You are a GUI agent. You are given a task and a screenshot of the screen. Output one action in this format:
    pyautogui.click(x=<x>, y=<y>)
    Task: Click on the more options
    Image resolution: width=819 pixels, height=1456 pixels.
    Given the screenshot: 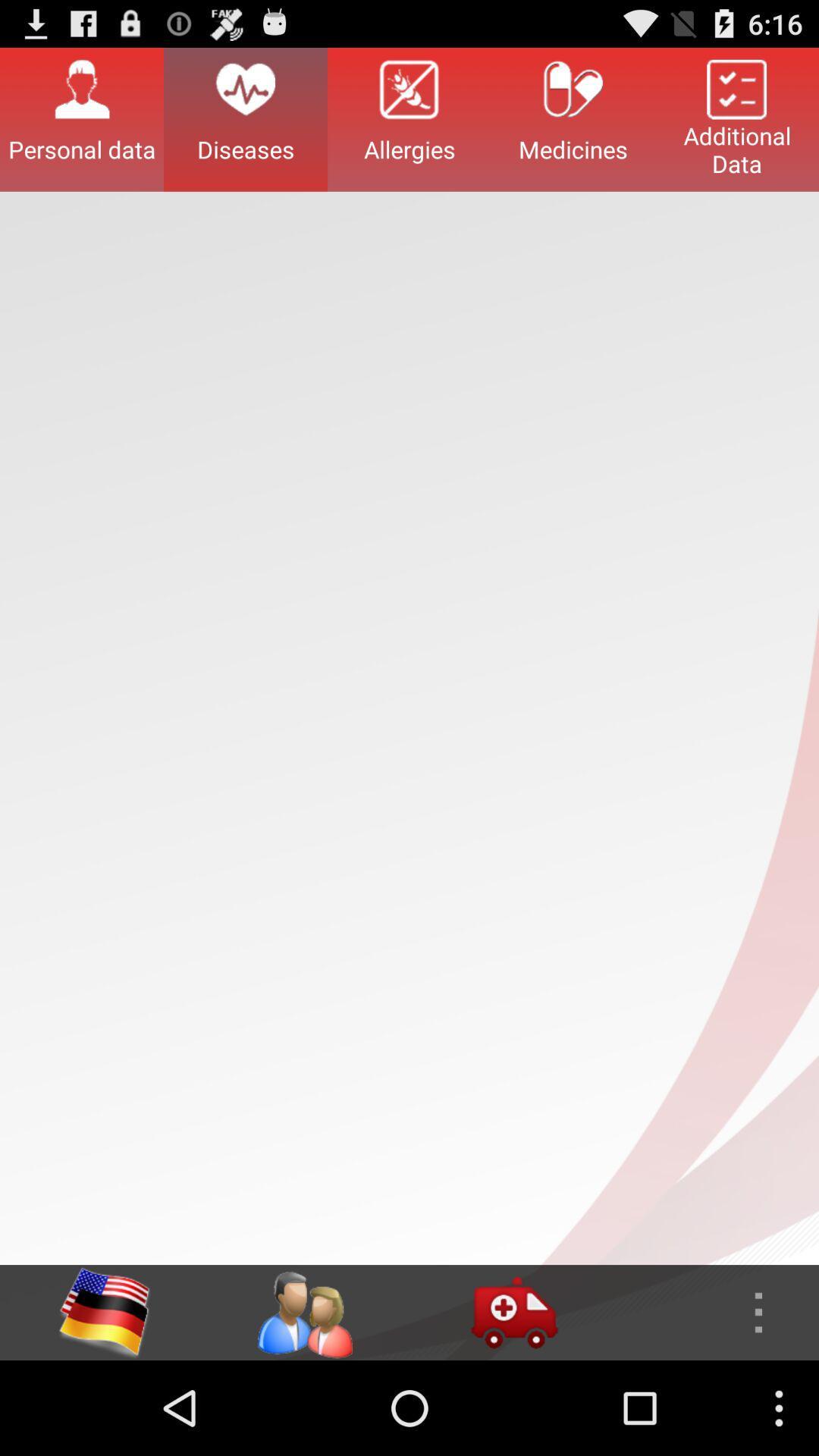 What is the action you would take?
    pyautogui.click(x=714, y=1312)
    